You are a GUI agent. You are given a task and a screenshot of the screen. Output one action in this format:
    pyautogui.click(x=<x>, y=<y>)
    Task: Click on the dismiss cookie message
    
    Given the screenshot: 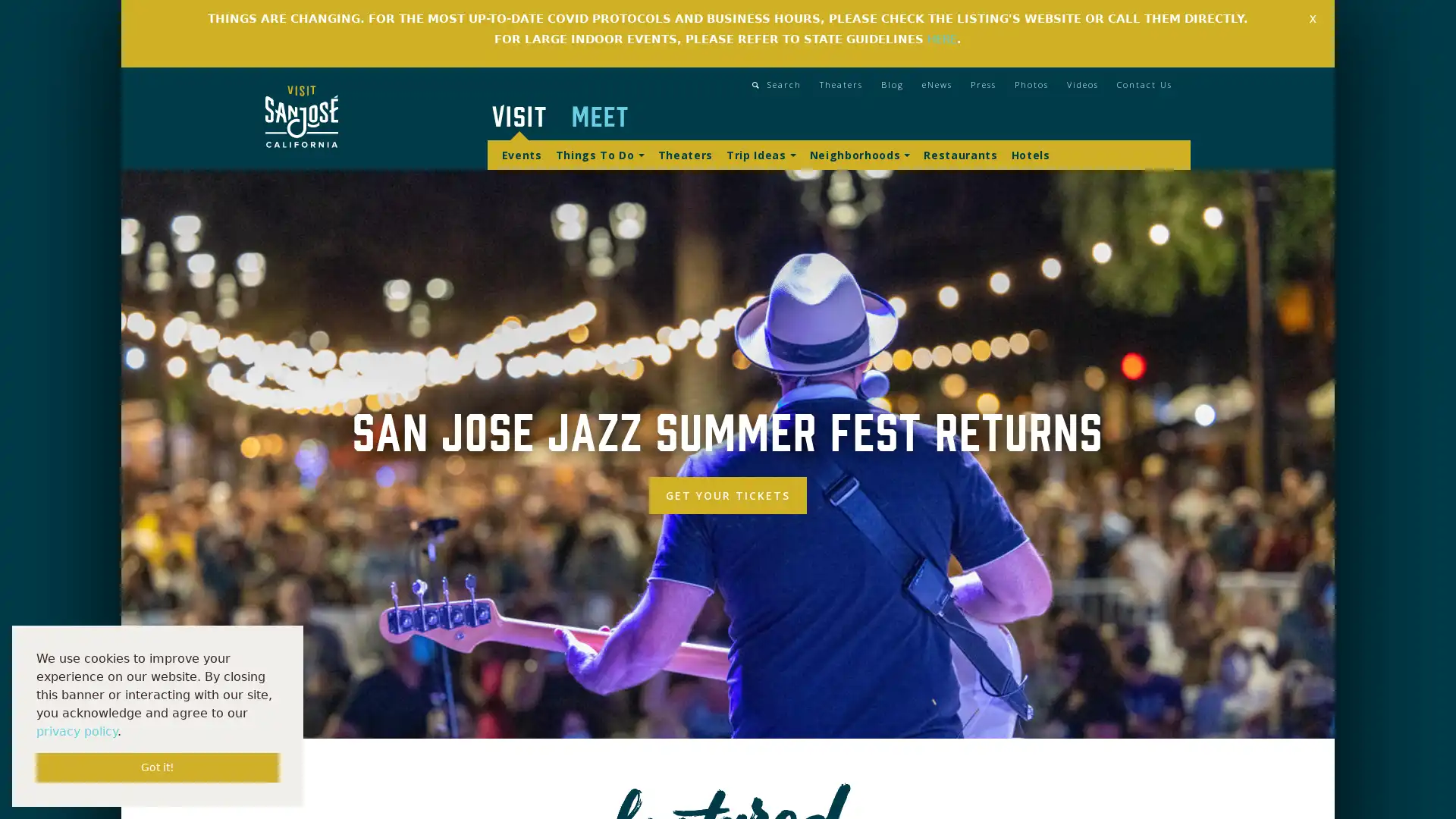 What is the action you would take?
    pyautogui.click(x=157, y=767)
    